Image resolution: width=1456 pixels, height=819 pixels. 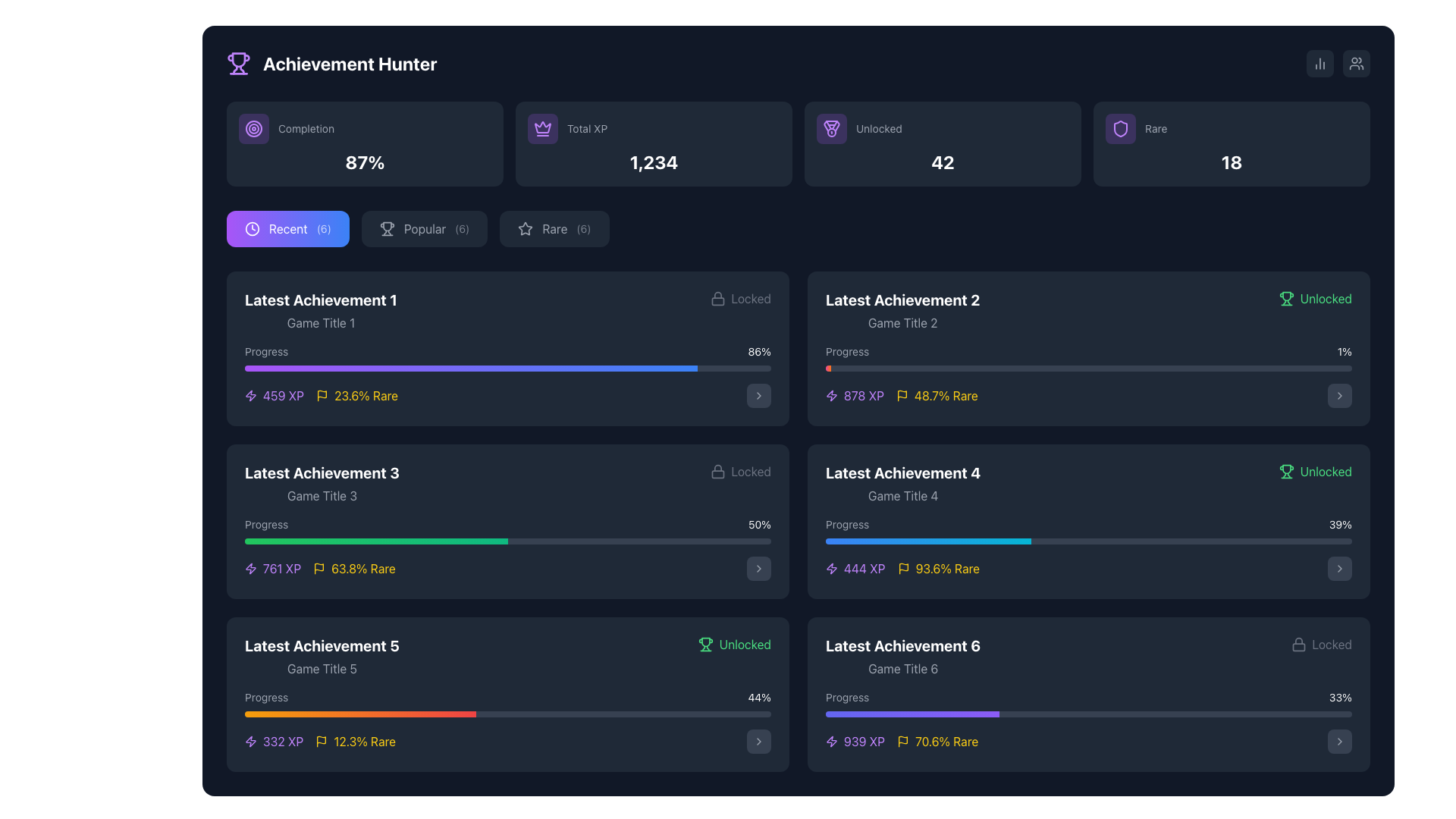 What do you see at coordinates (1339, 568) in the screenshot?
I see `the right-facing chevron icon, which is a minimalist dark gray triangular arrow located at the bottom right of the 'Latest Achievement 4' section, to receive additional feedback from the interface` at bounding box center [1339, 568].